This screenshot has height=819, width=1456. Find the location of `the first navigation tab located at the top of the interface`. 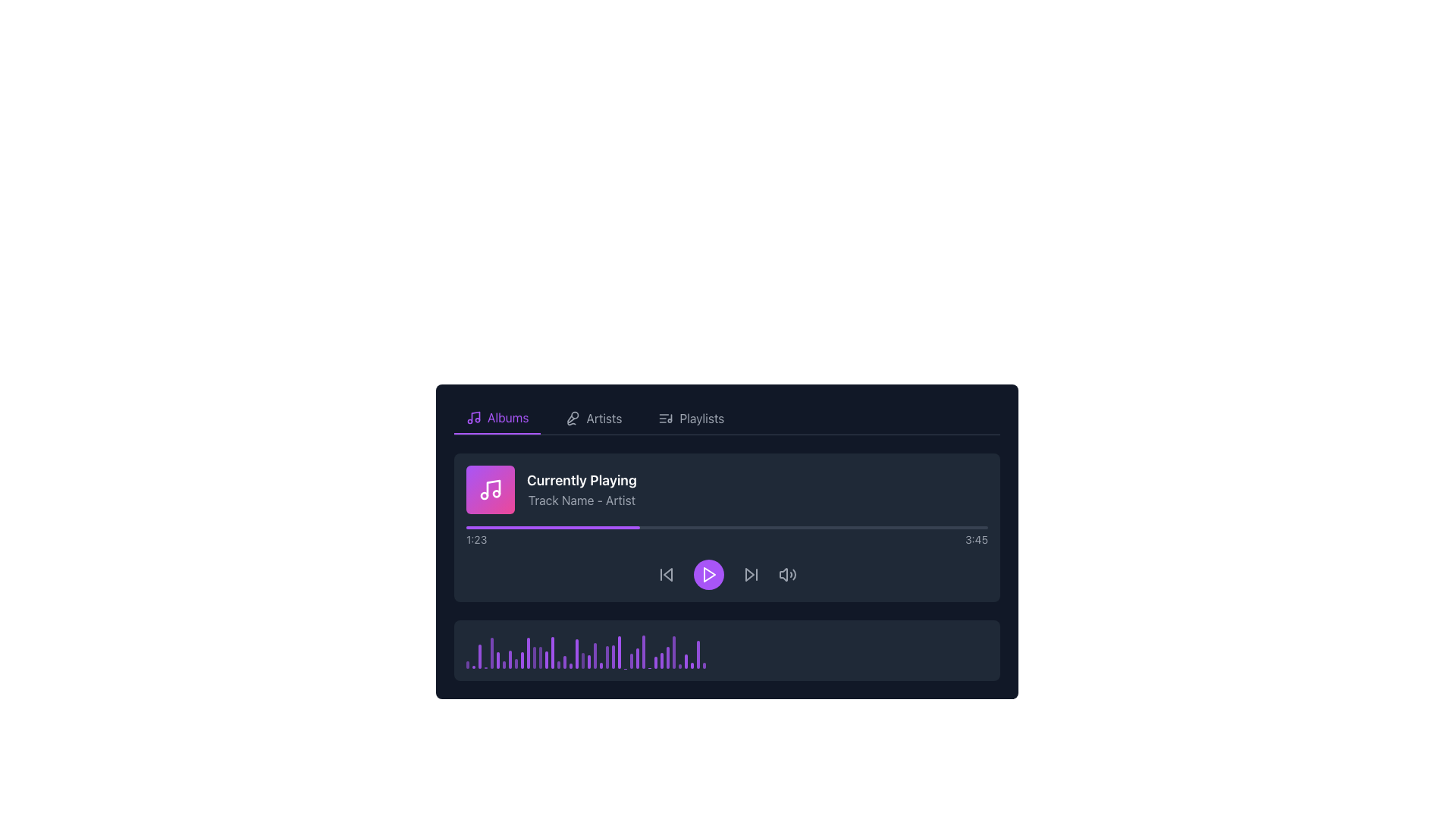

the first navigation tab located at the top of the interface is located at coordinates (497, 418).